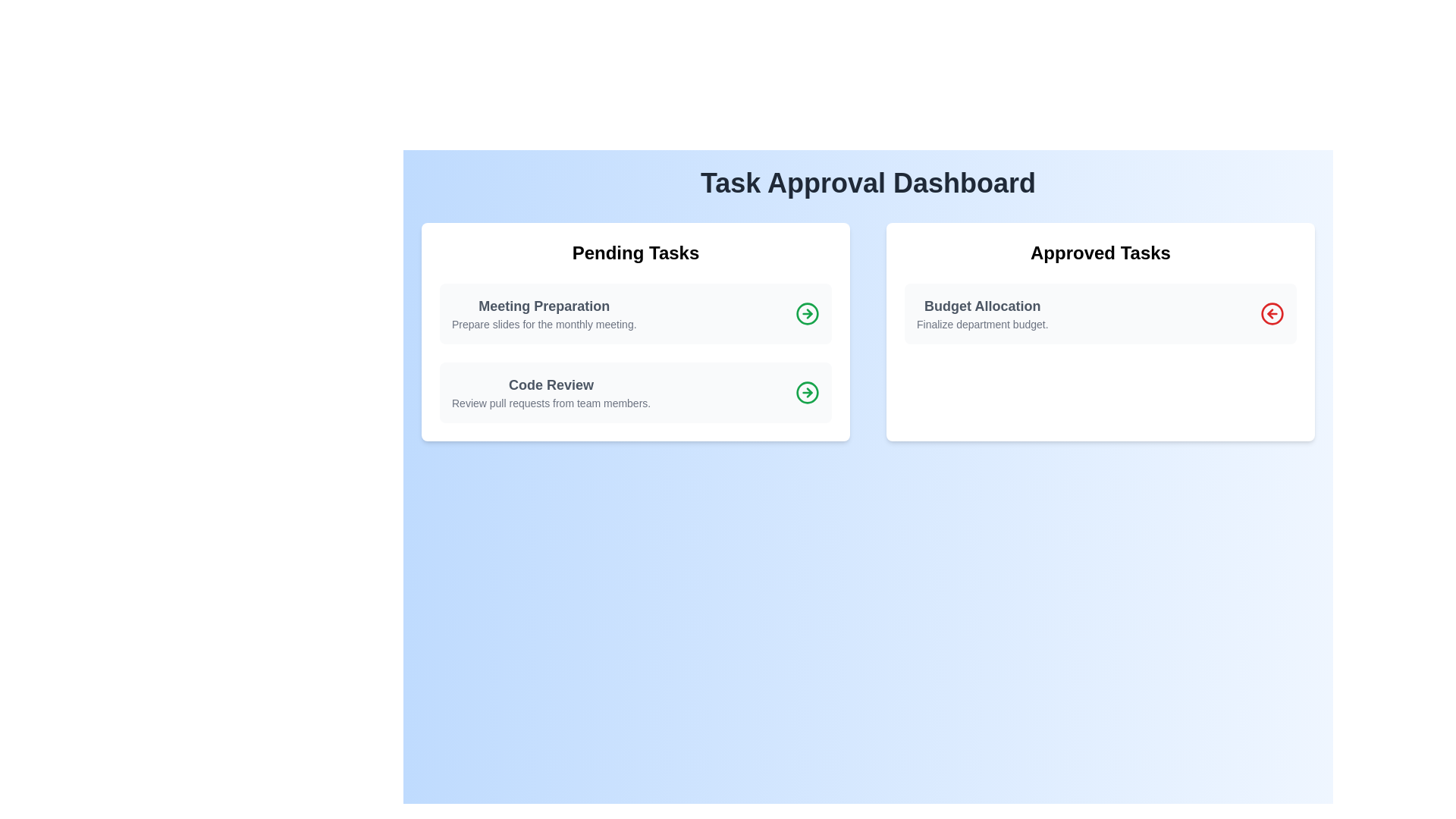 This screenshot has height=819, width=1456. What do you see at coordinates (544, 312) in the screenshot?
I see `the text block titled 'Meeting Preparation', which is located in the 'Pending Tasks' section of the 'Task Approval Dashboard'` at bounding box center [544, 312].